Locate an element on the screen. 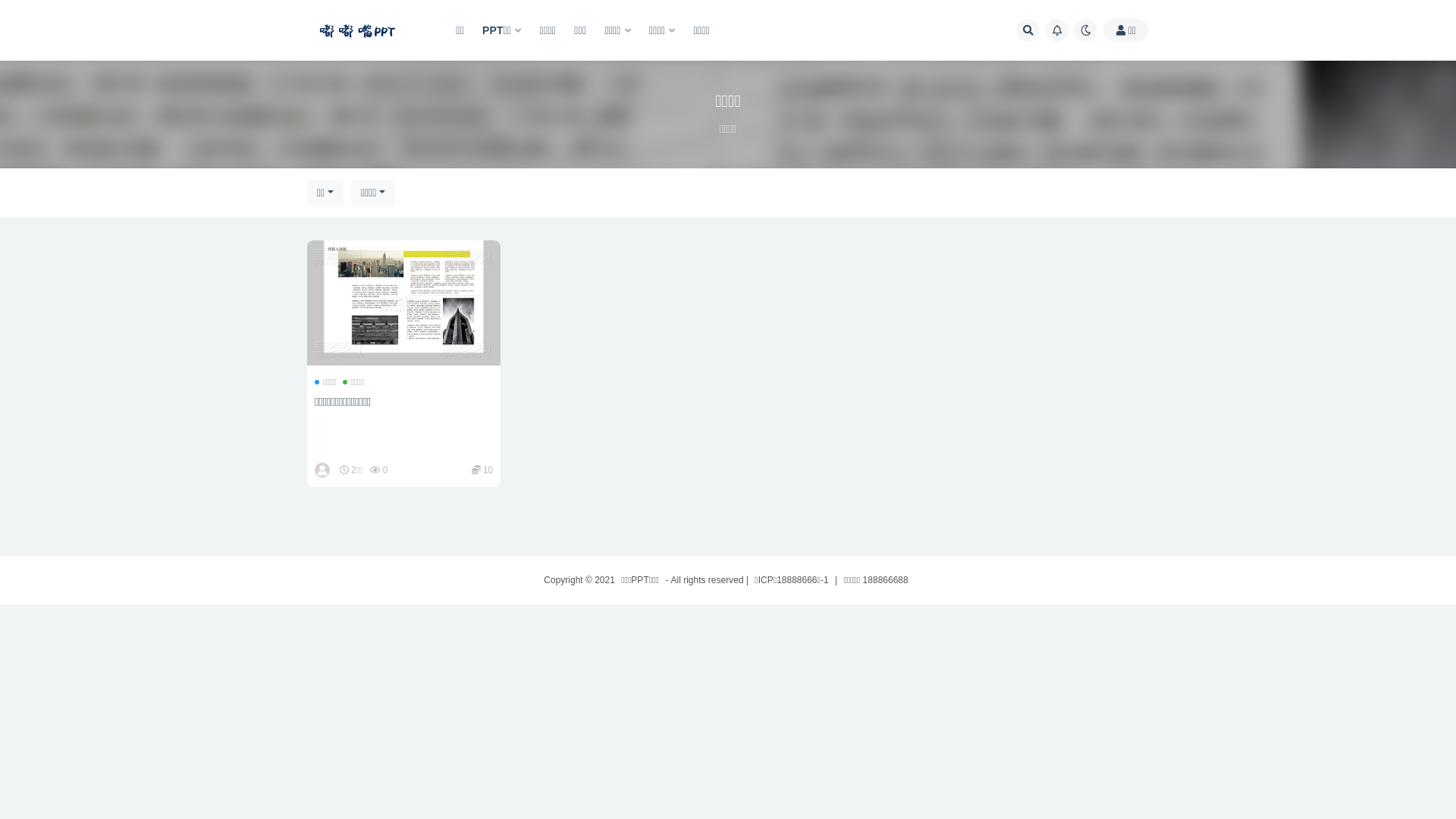  'dudz' is located at coordinates (322, 469).